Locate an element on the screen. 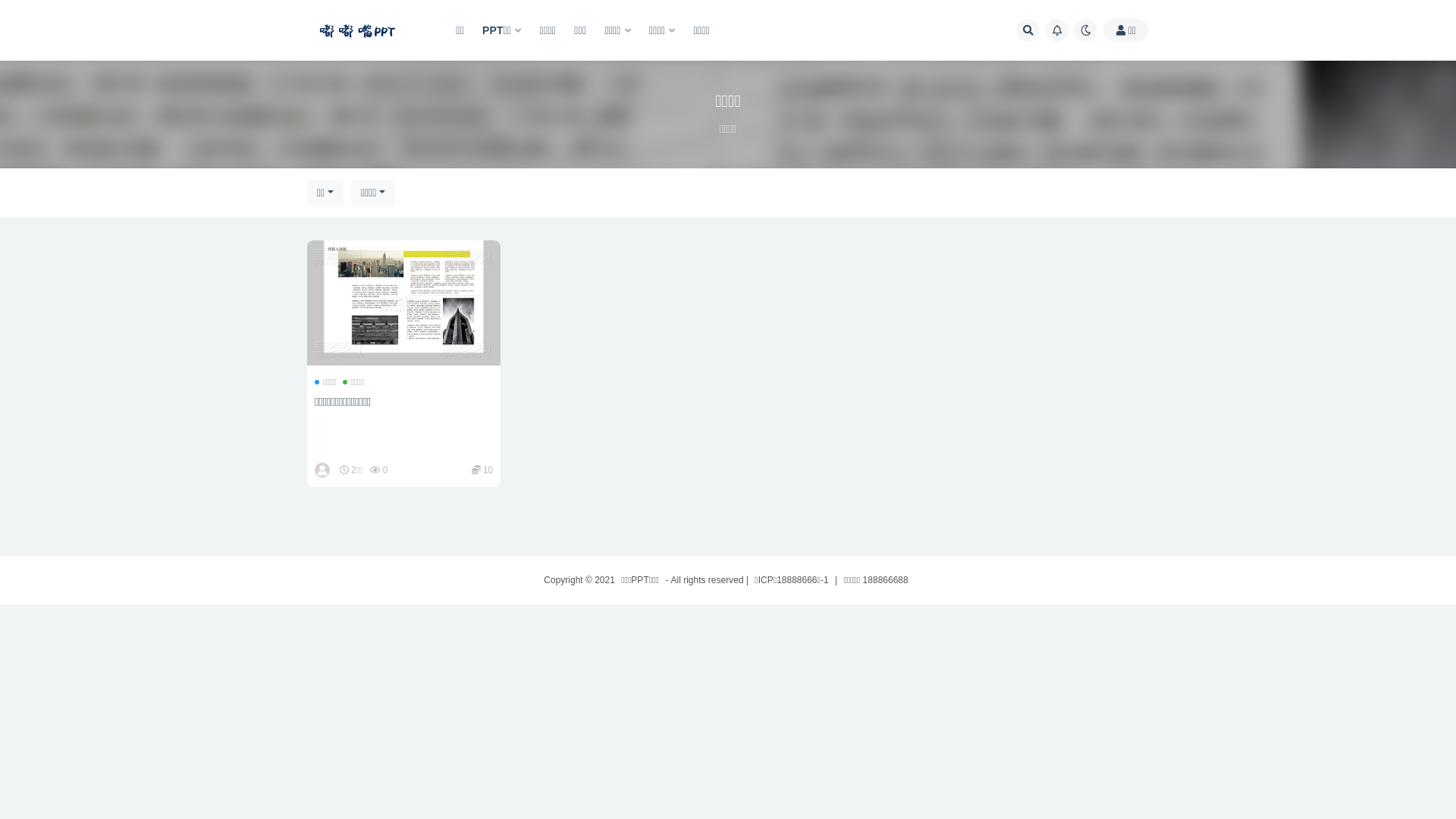  'dudz' is located at coordinates (322, 469).